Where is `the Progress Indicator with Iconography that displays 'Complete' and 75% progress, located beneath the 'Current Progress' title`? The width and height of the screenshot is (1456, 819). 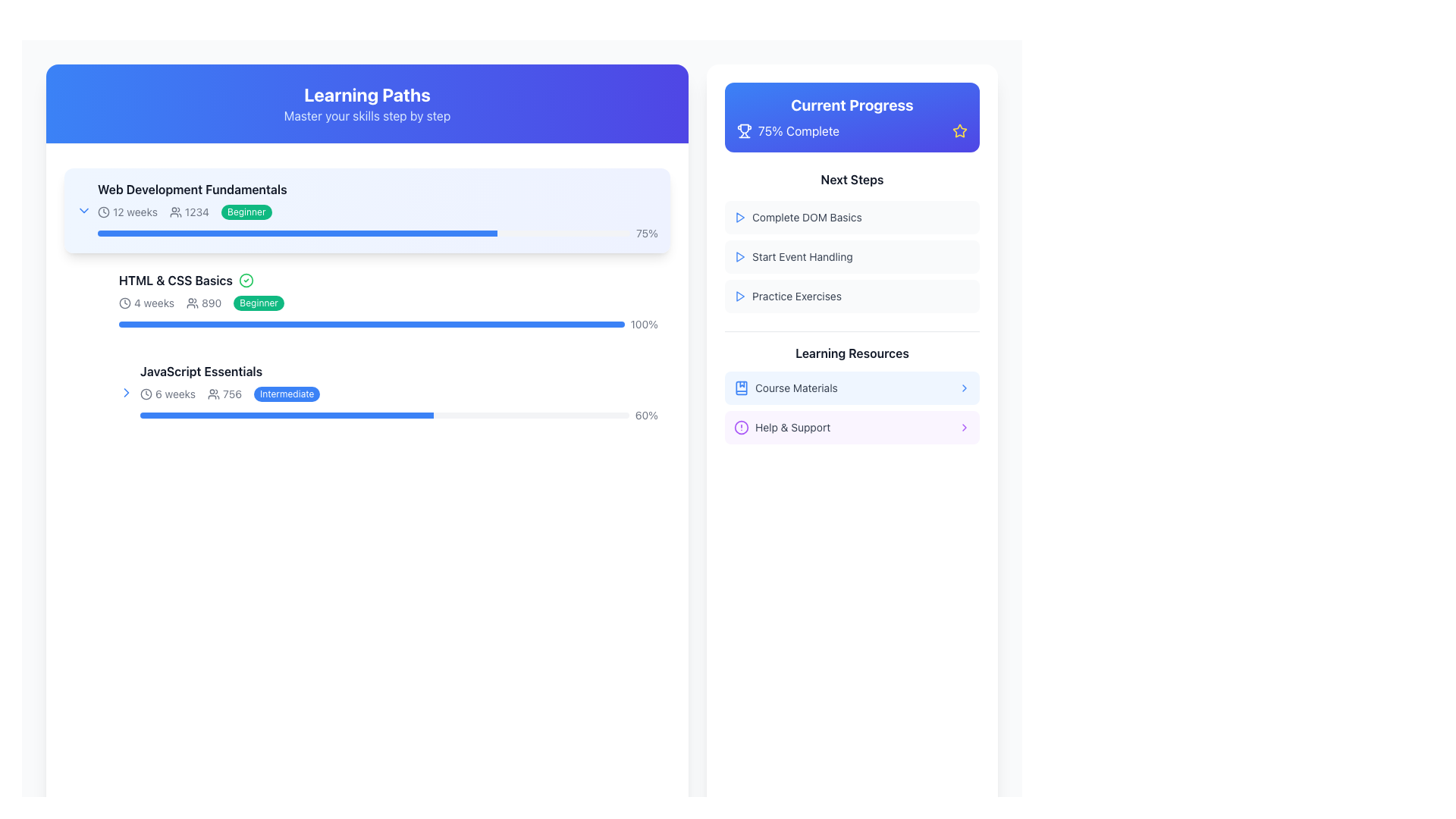 the Progress Indicator with Iconography that displays 'Complete' and 75% progress, located beneath the 'Current Progress' title is located at coordinates (852, 130).